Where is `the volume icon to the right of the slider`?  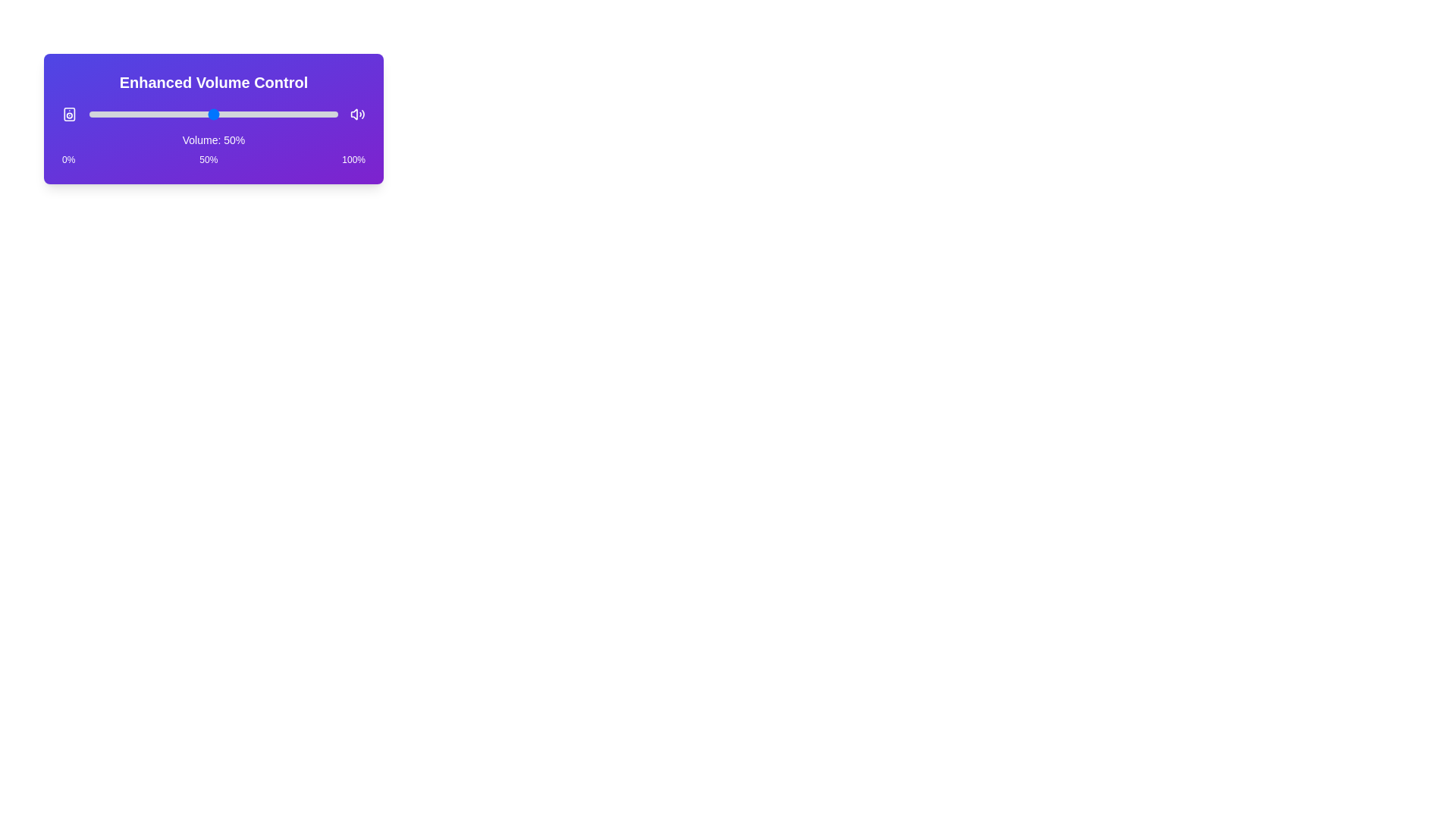 the volume icon to the right of the slider is located at coordinates (356, 113).